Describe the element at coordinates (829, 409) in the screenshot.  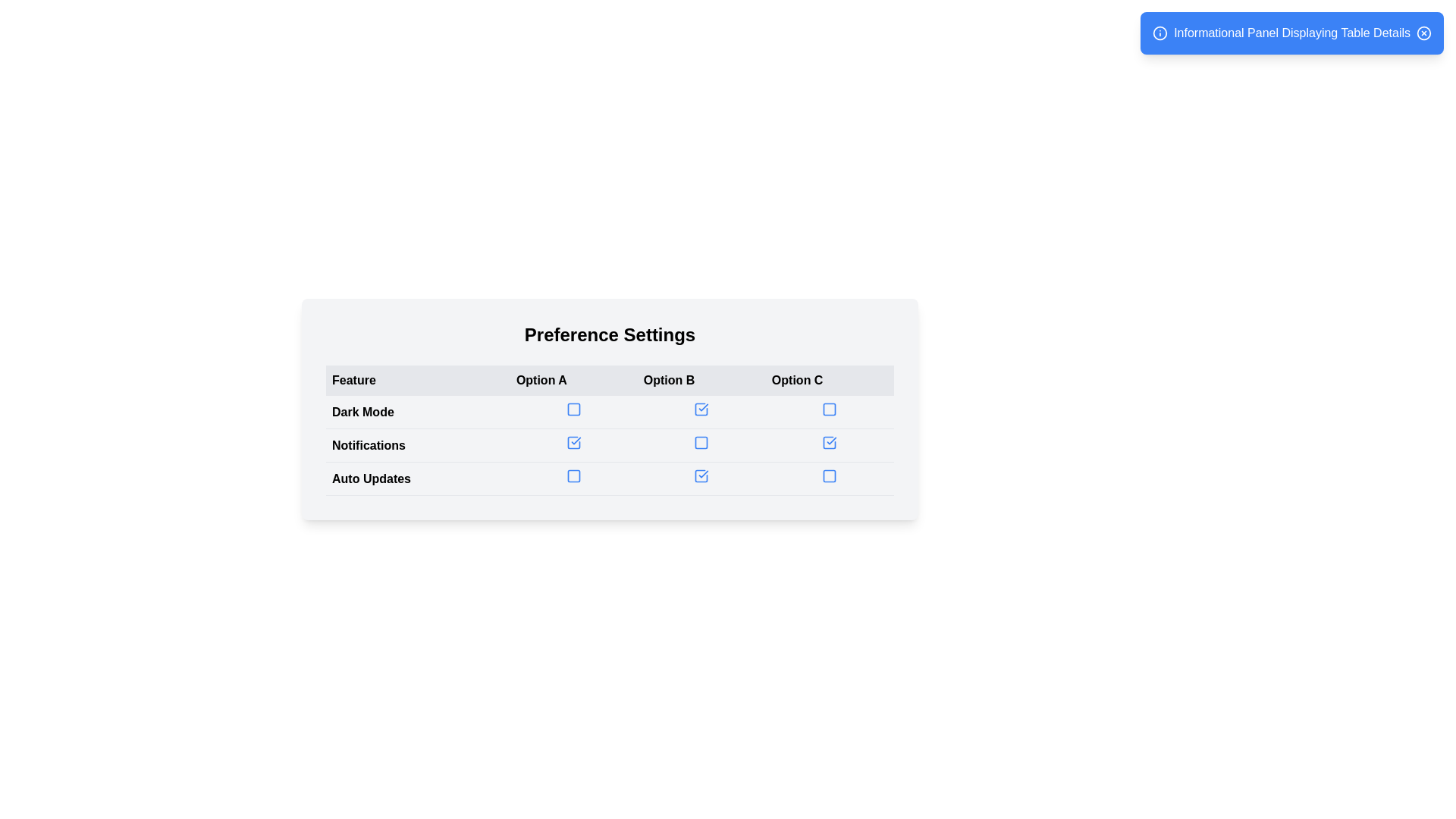
I see `the blue checkbox located in the 'Option C' column under the 'Dark Mode' row` at that location.